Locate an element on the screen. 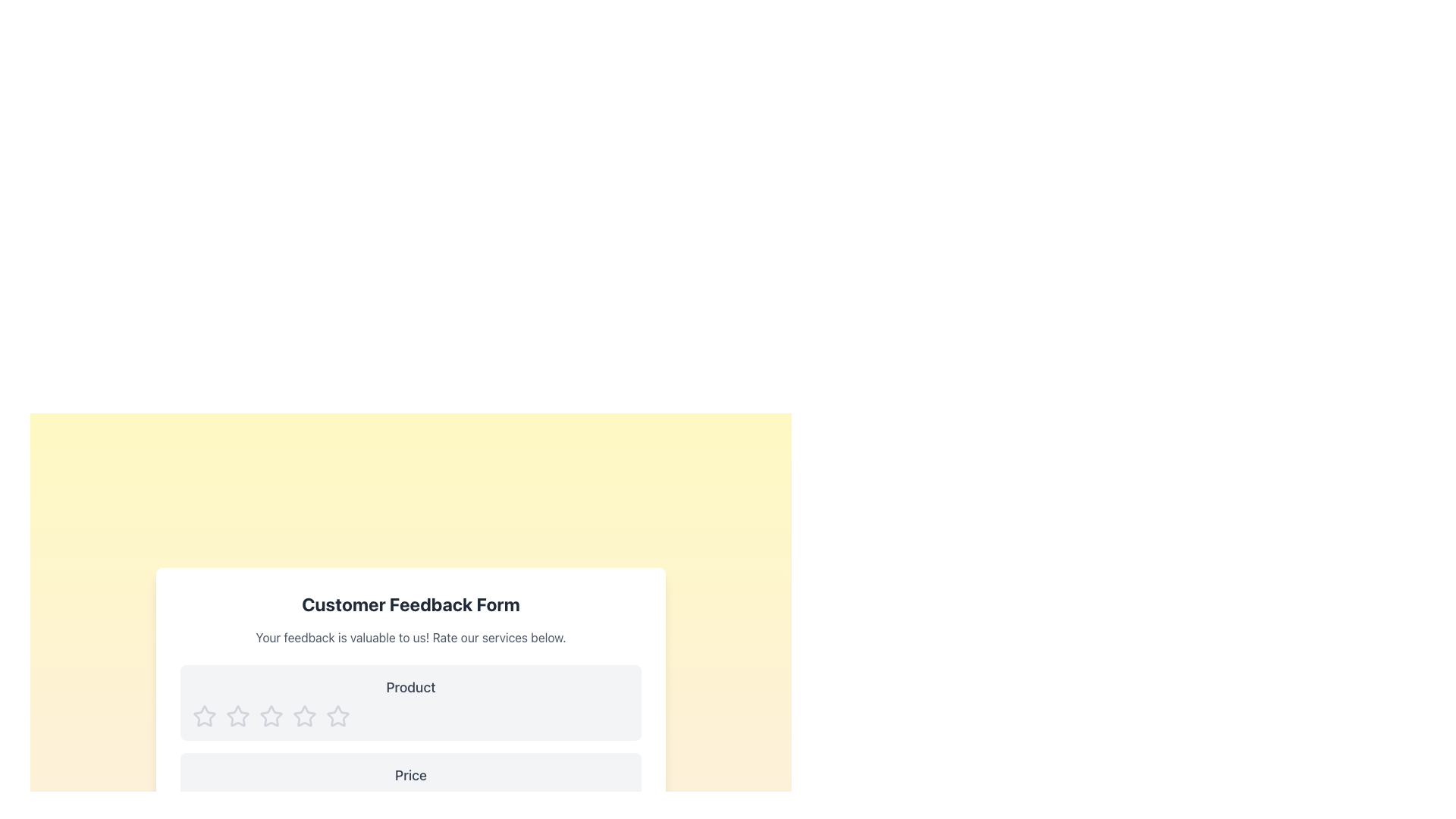  keyboard navigation is located at coordinates (271, 716).